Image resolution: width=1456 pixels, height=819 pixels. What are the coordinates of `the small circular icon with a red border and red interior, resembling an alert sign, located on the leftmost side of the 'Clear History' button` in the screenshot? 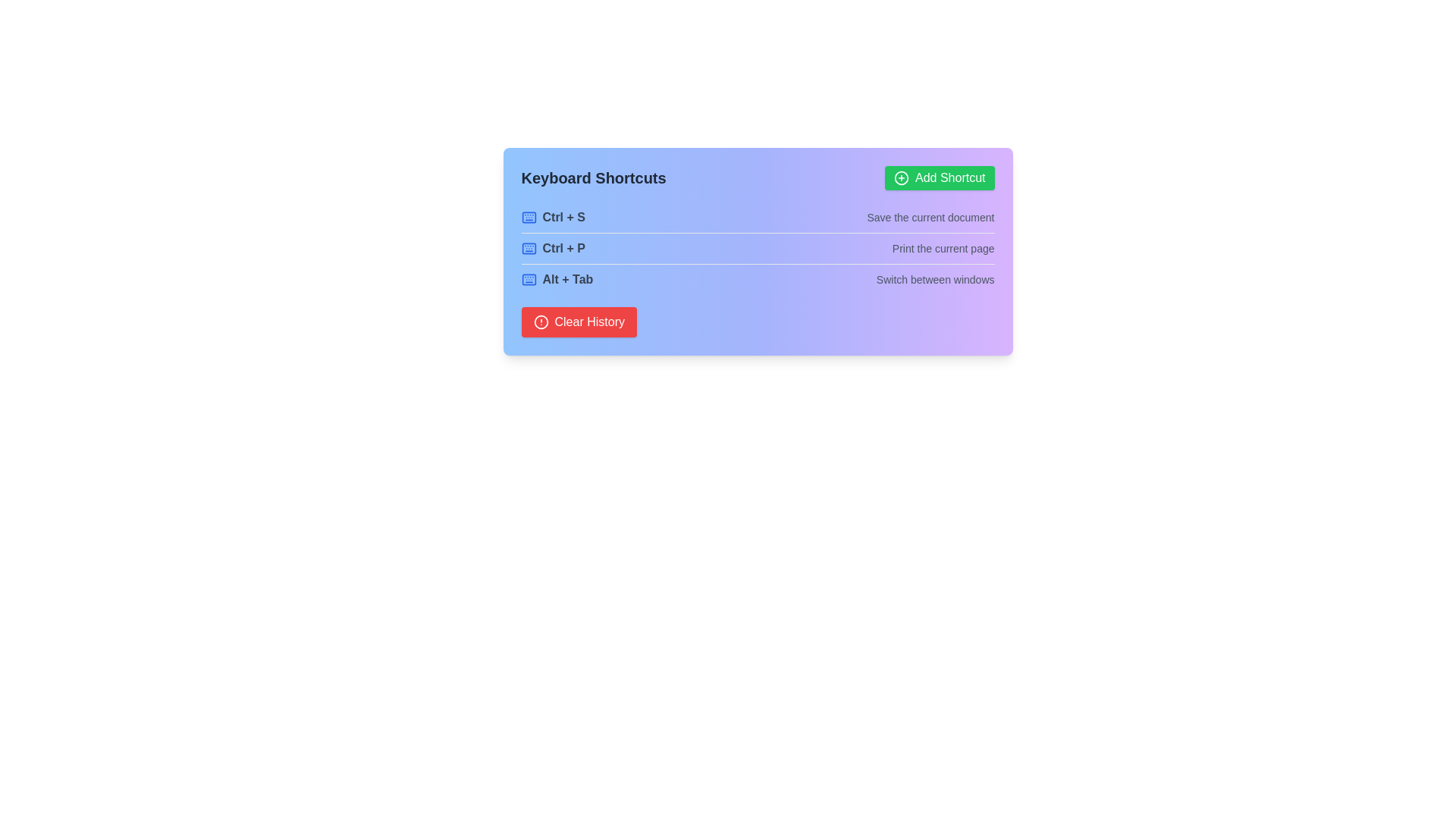 It's located at (541, 321).